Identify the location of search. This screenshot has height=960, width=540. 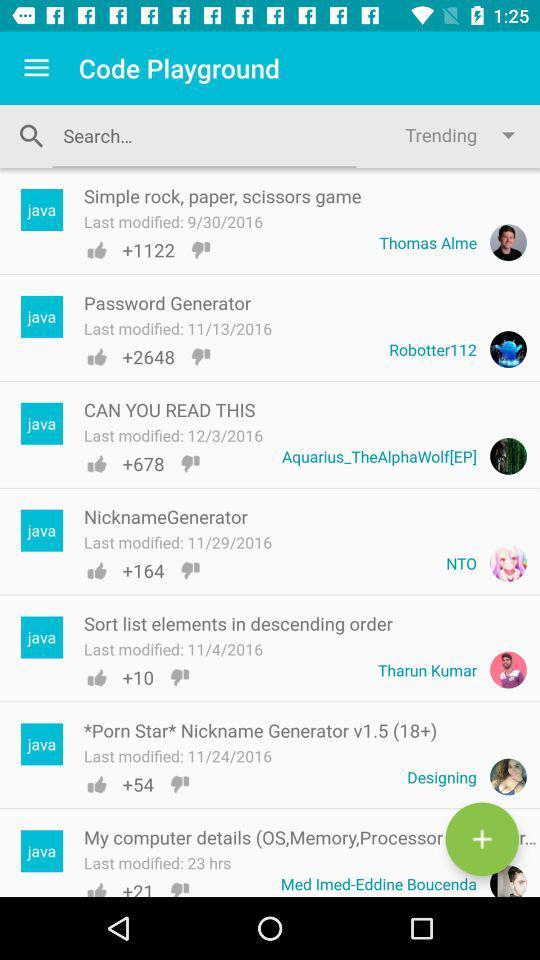
(481, 839).